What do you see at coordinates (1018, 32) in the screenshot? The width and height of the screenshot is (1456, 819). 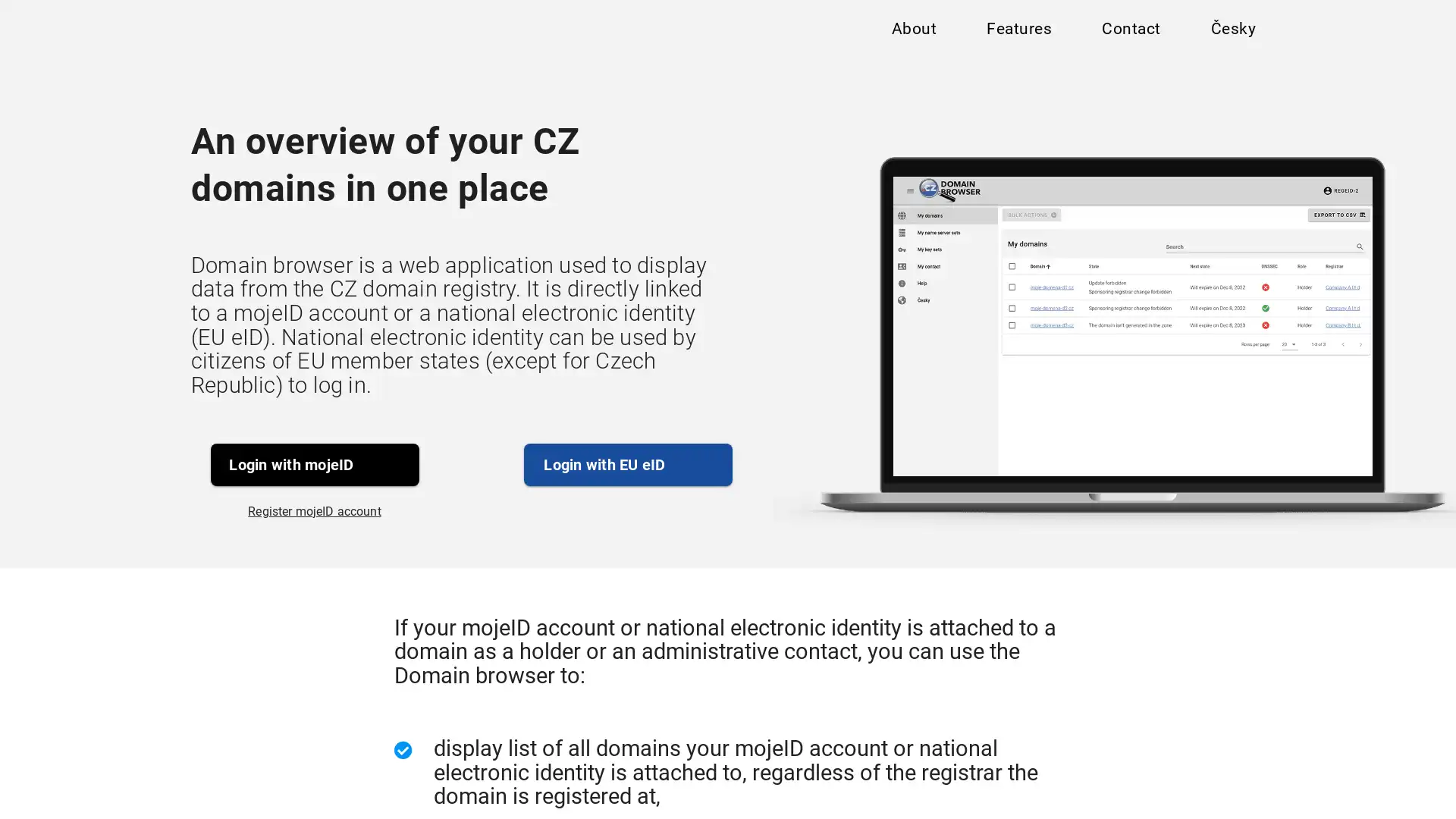 I see `Features` at bounding box center [1018, 32].